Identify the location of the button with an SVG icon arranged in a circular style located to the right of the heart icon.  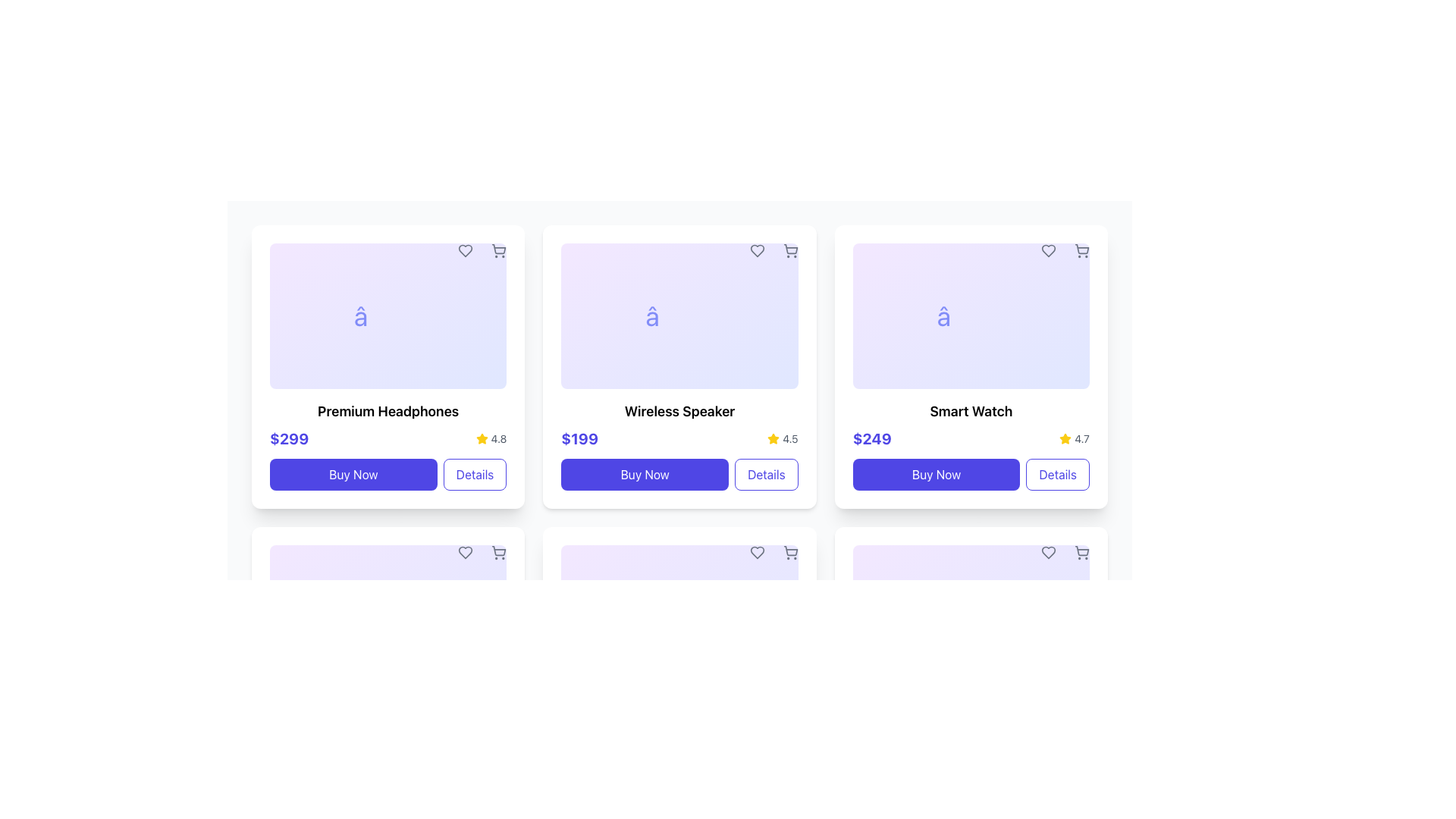
(498, 553).